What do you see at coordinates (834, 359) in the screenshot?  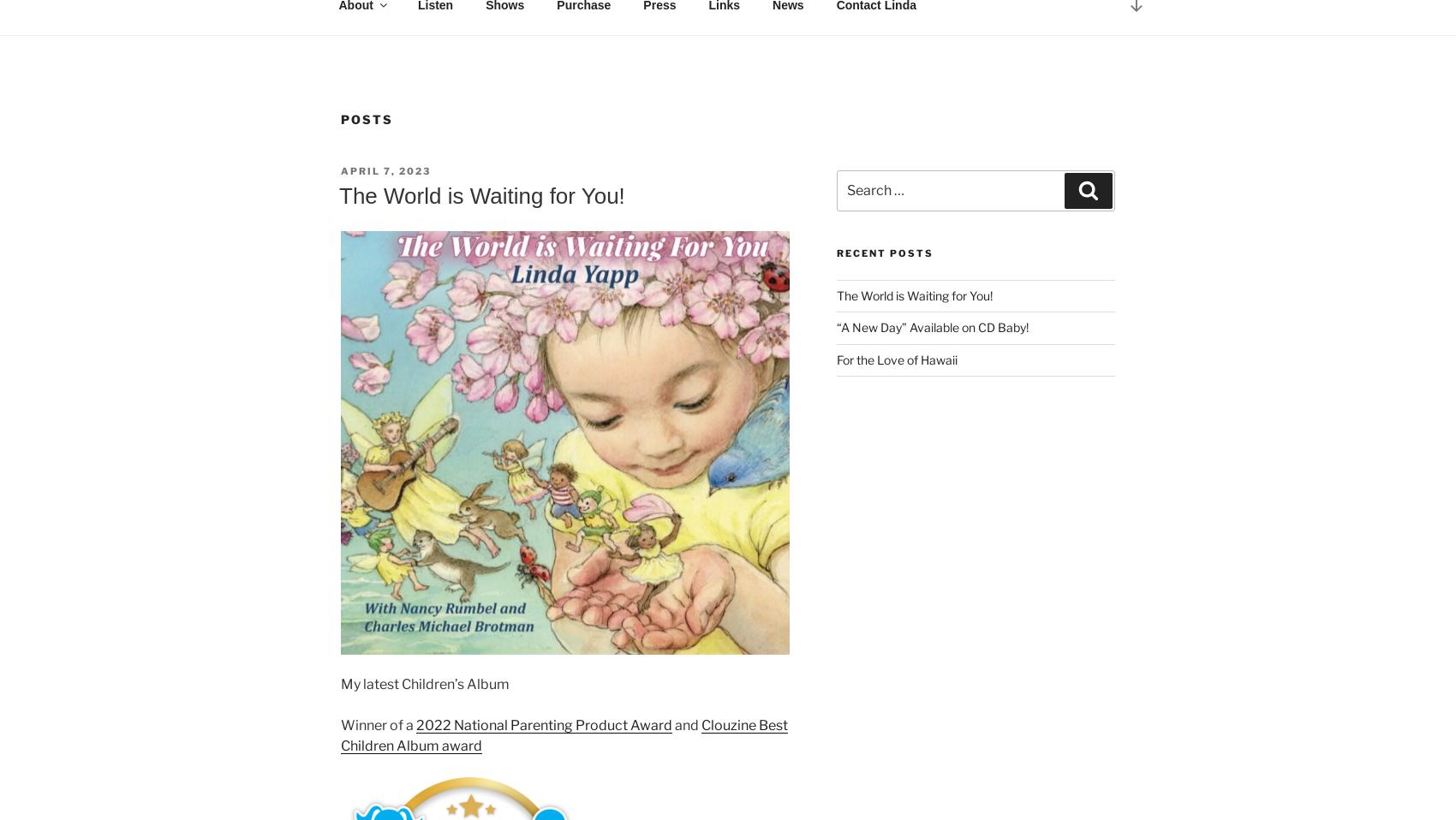 I see `'For the Love of Hawaii'` at bounding box center [834, 359].